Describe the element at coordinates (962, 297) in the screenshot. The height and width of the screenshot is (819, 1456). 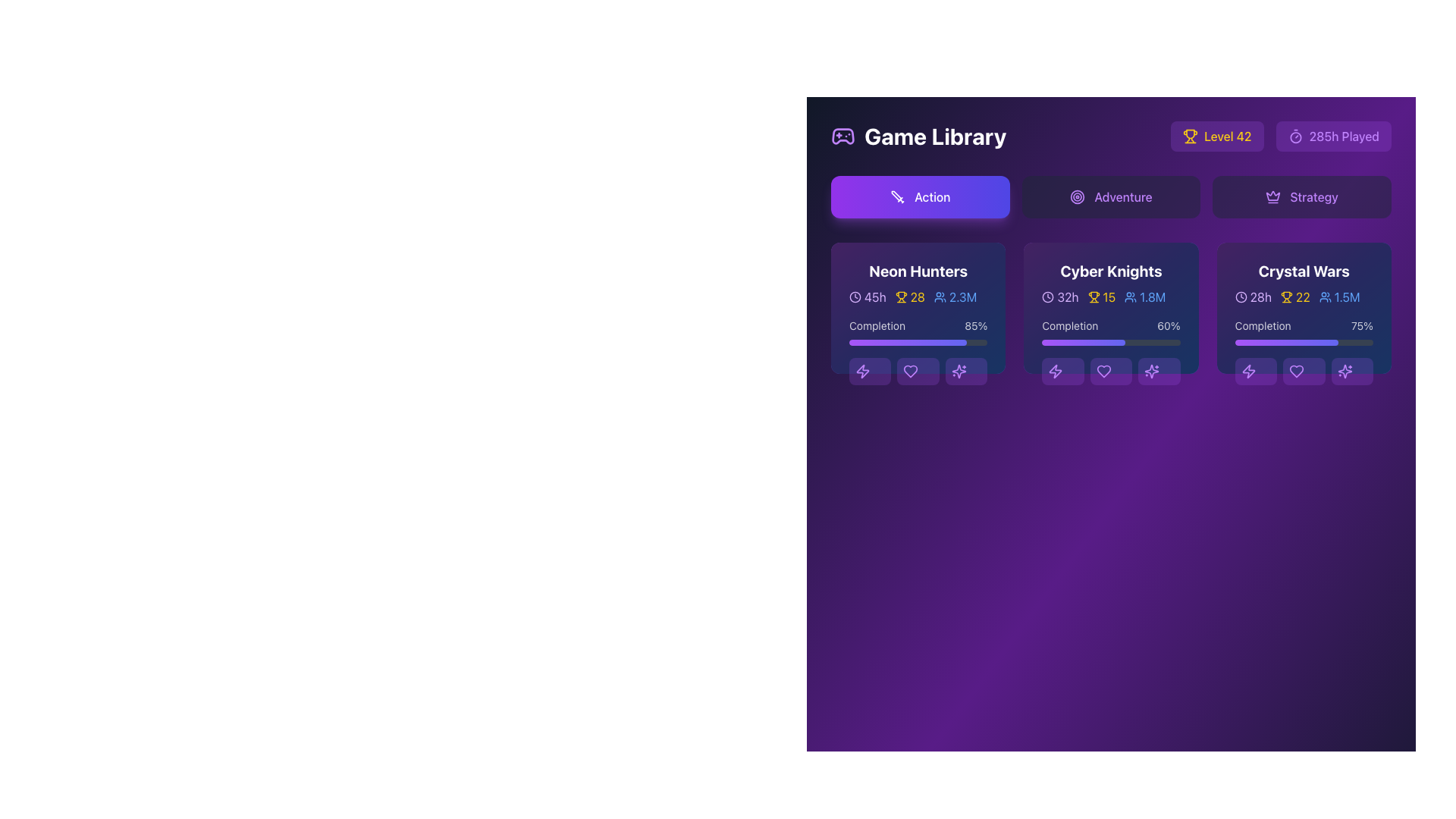
I see `the static text label displaying '2.3M' in light blue font, located next to a small user icon and part of user-related statistics` at that location.